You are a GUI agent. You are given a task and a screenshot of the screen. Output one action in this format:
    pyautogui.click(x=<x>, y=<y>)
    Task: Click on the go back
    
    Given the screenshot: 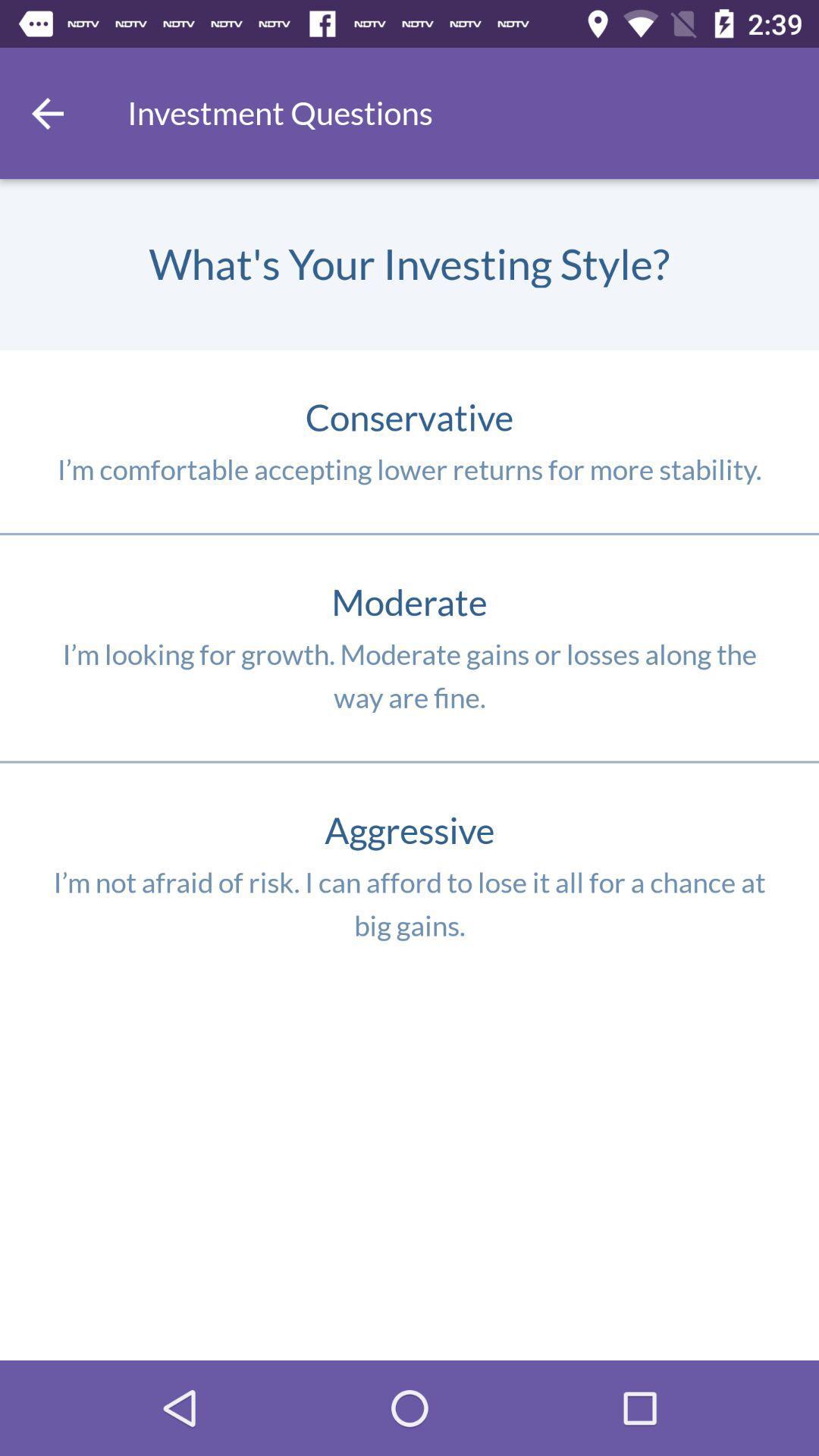 What is the action you would take?
    pyautogui.click(x=46, y=112)
    